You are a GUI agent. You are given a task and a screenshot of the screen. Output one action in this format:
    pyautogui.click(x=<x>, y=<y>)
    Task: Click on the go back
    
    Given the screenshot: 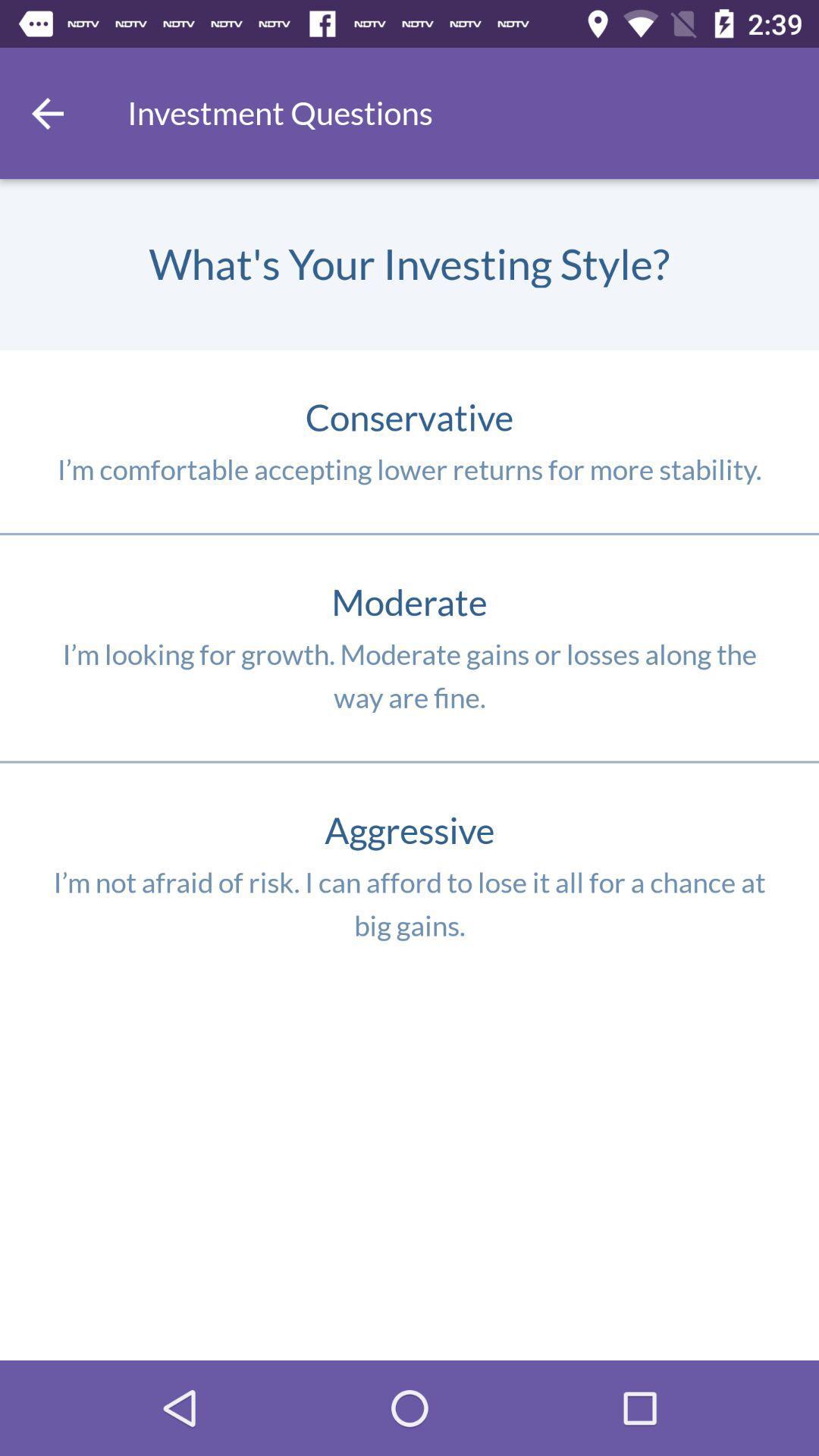 What is the action you would take?
    pyautogui.click(x=46, y=112)
    